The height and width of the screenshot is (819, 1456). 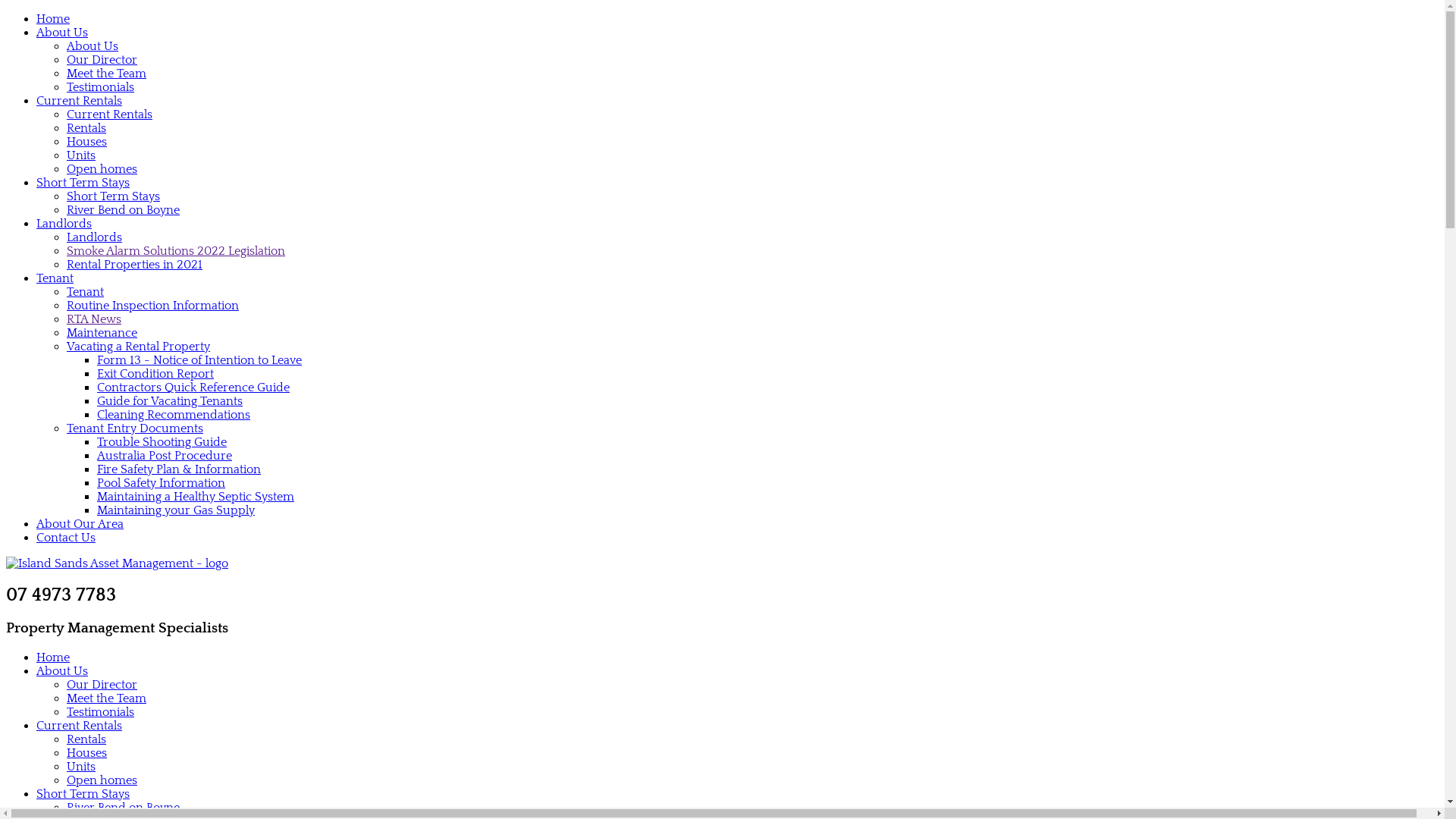 I want to click on 'Fire Safety Plan & Information', so click(x=178, y=468).